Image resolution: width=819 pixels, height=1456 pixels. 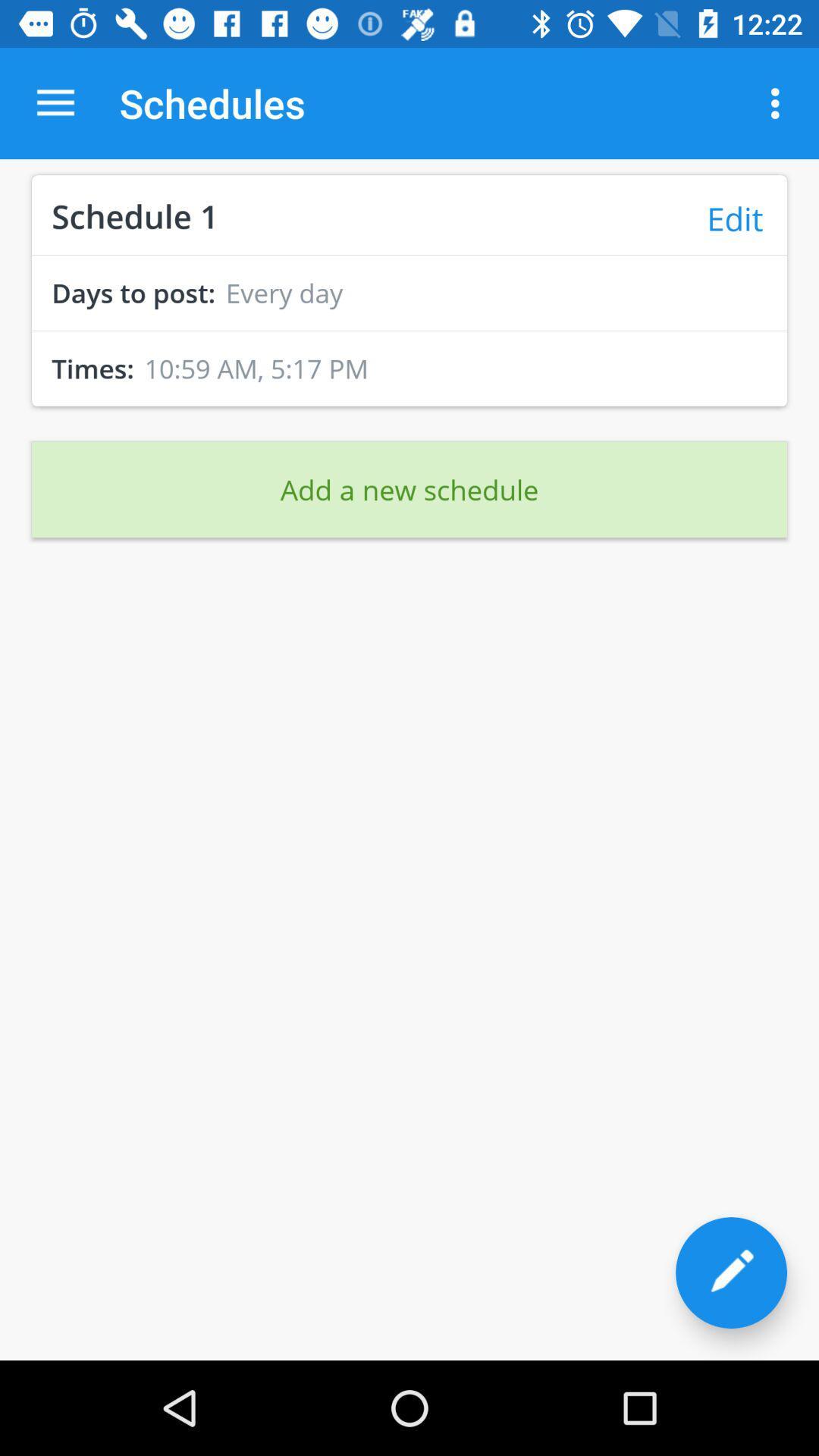 I want to click on add a new icon, so click(x=409, y=489).